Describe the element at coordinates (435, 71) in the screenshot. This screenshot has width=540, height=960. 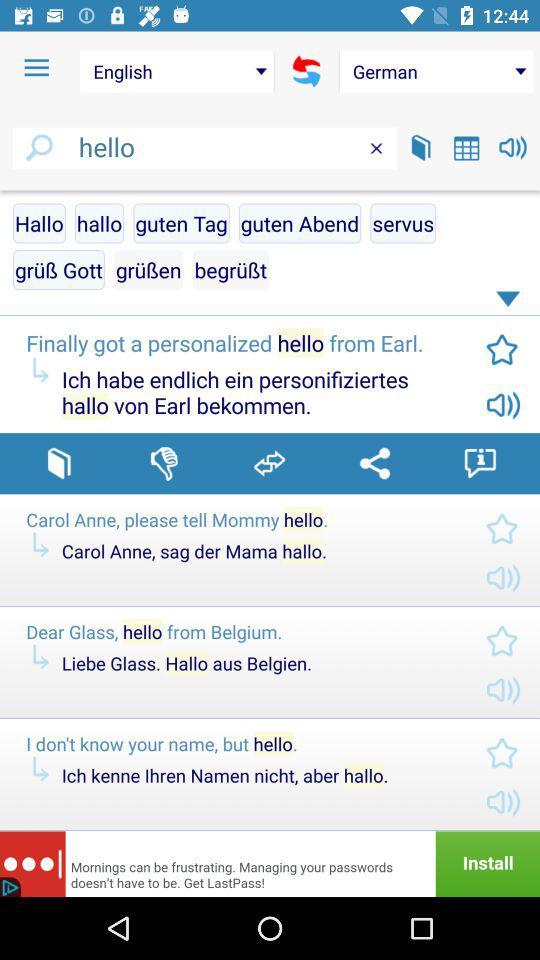
I see `the item above hello` at that location.